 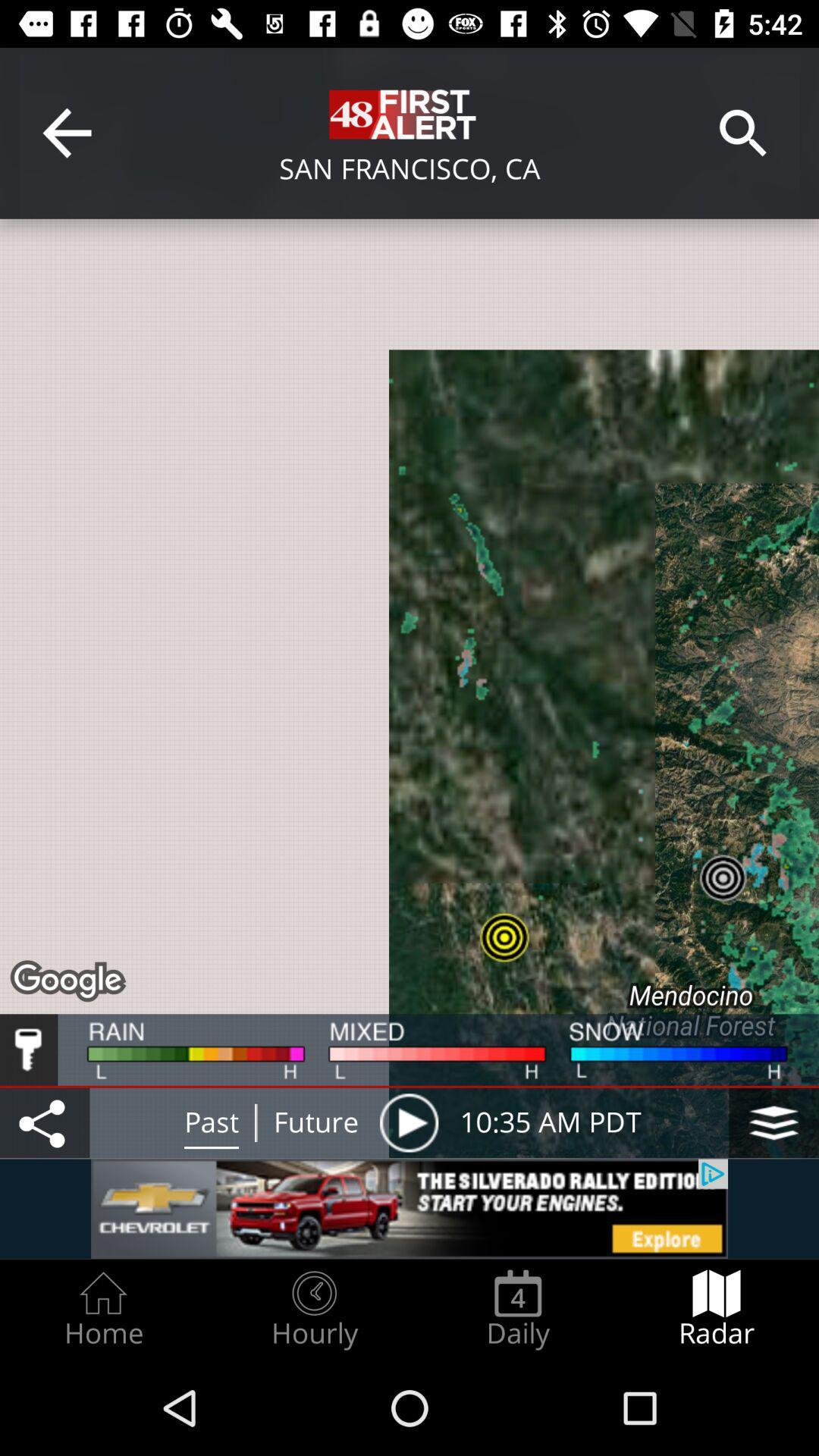 I want to click on the item to the right of home item, so click(x=313, y=1309).